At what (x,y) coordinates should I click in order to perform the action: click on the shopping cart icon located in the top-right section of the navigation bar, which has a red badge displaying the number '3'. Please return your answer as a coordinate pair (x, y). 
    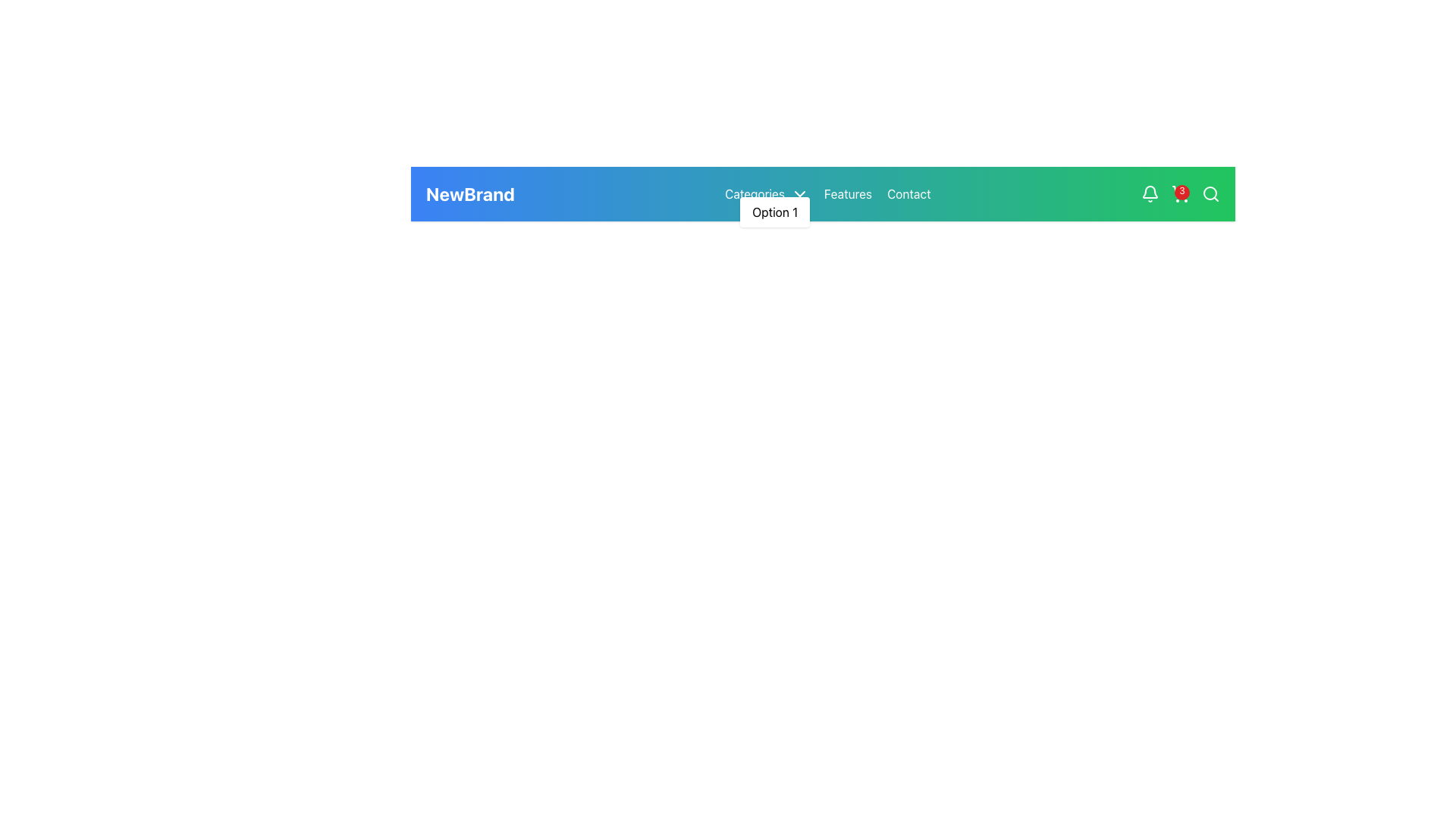
    Looking at the image, I should click on (1179, 193).